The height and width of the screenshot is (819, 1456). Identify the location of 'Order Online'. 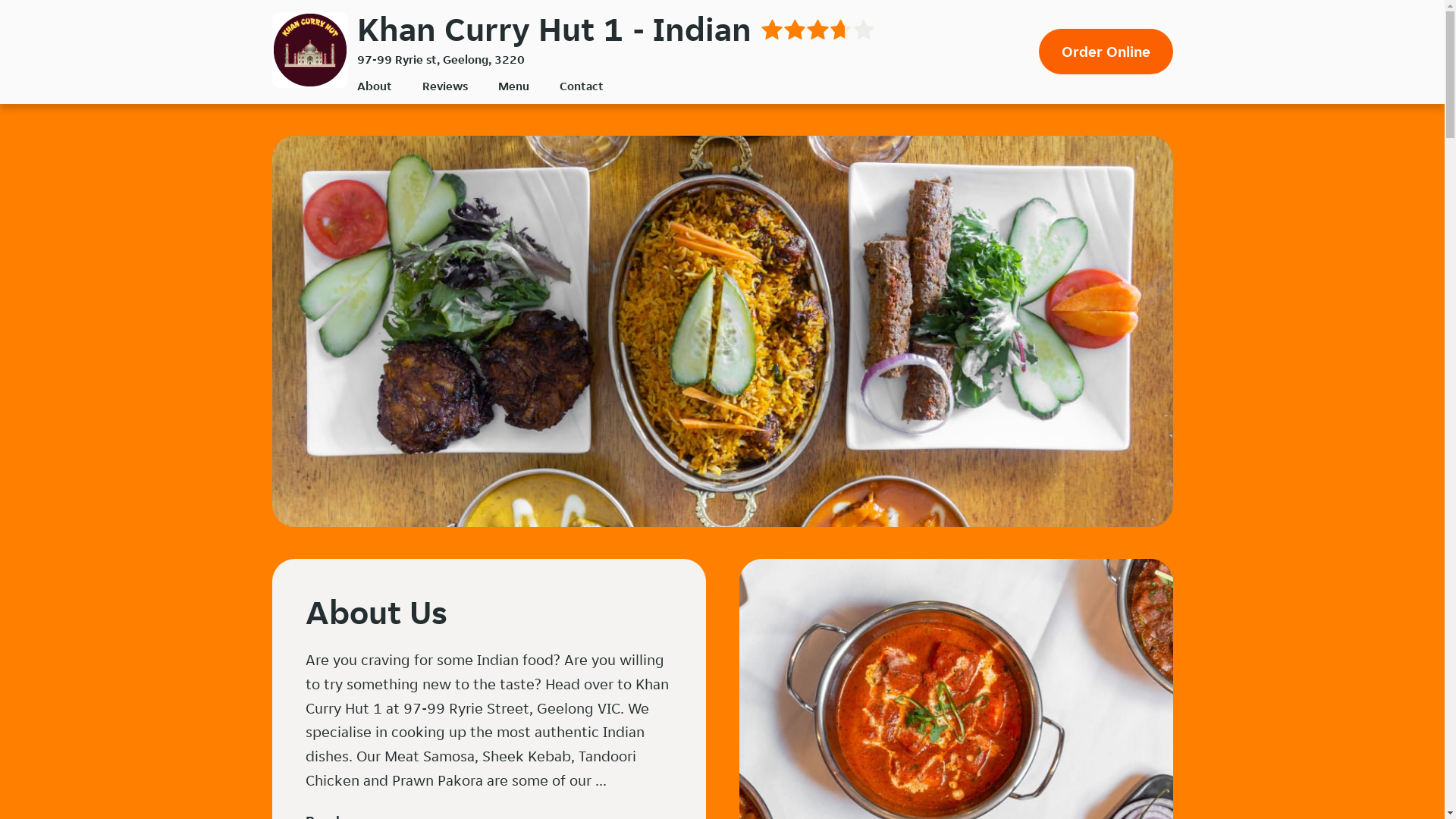
(1037, 51).